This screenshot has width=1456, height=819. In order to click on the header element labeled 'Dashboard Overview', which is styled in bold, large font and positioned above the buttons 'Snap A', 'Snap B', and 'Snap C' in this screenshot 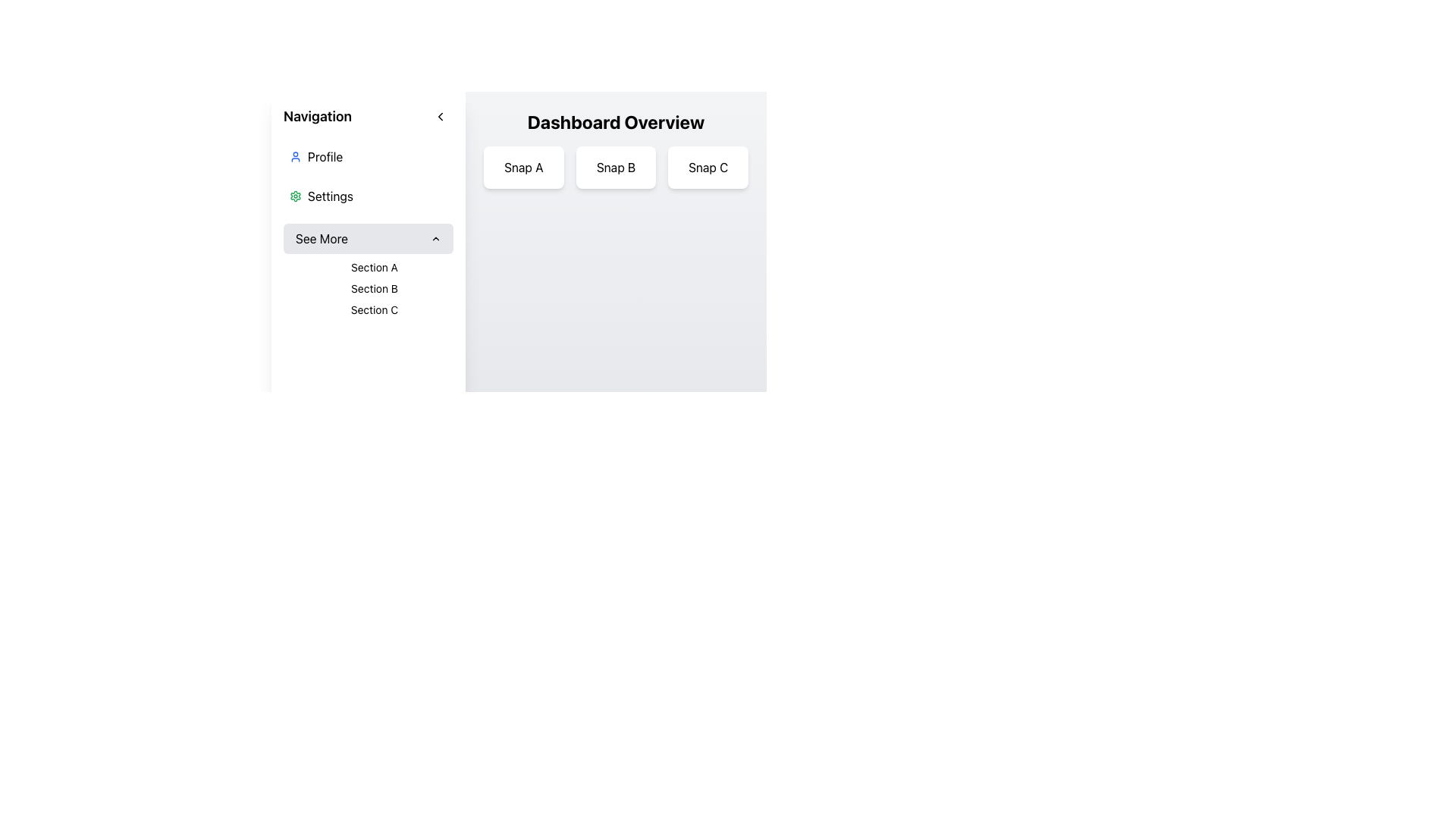, I will do `click(616, 121)`.